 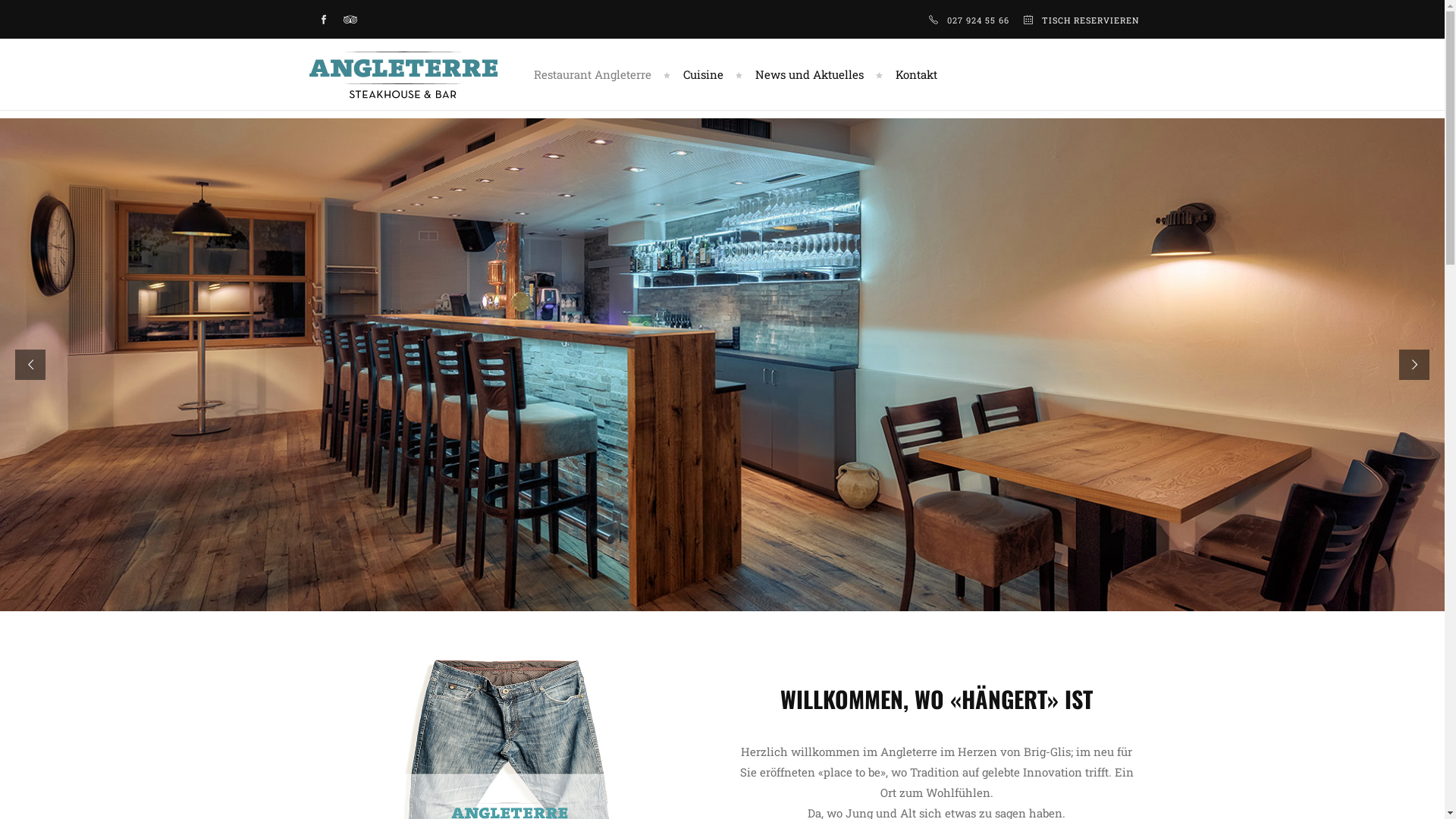 What do you see at coordinates (811, 74) in the screenshot?
I see `'News und Aktuelles'` at bounding box center [811, 74].